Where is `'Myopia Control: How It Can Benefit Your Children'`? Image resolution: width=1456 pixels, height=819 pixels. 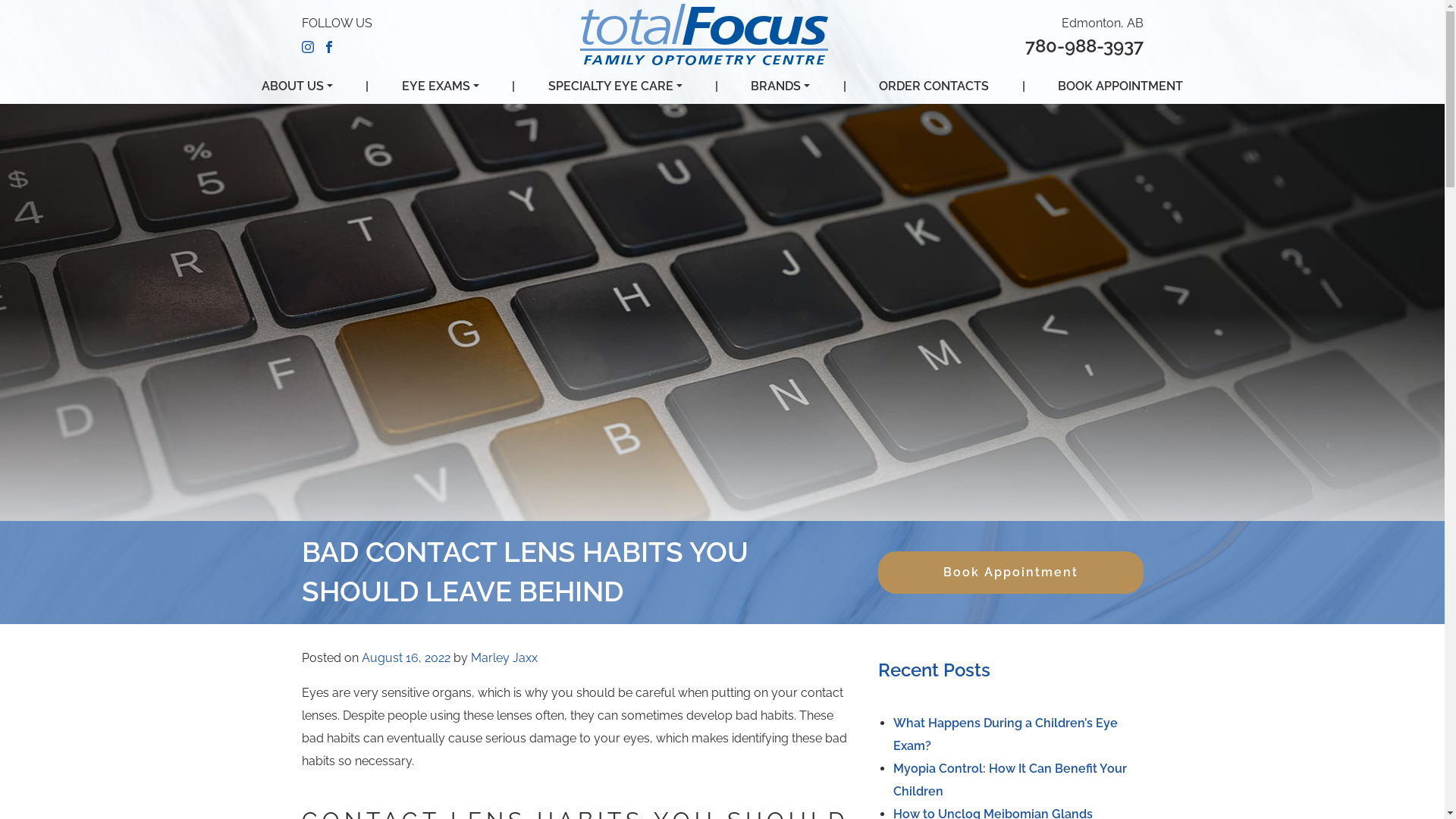 'Myopia Control: How It Can Benefit Your Children' is located at coordinates (1009, 780).